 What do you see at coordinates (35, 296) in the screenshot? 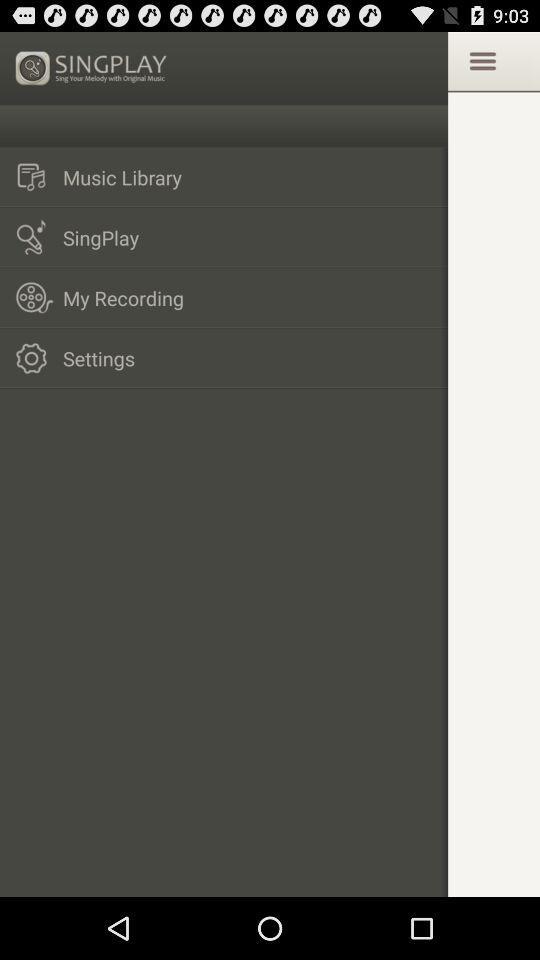
I see `the icon which is before my recording` at bounding box center [35, 296].